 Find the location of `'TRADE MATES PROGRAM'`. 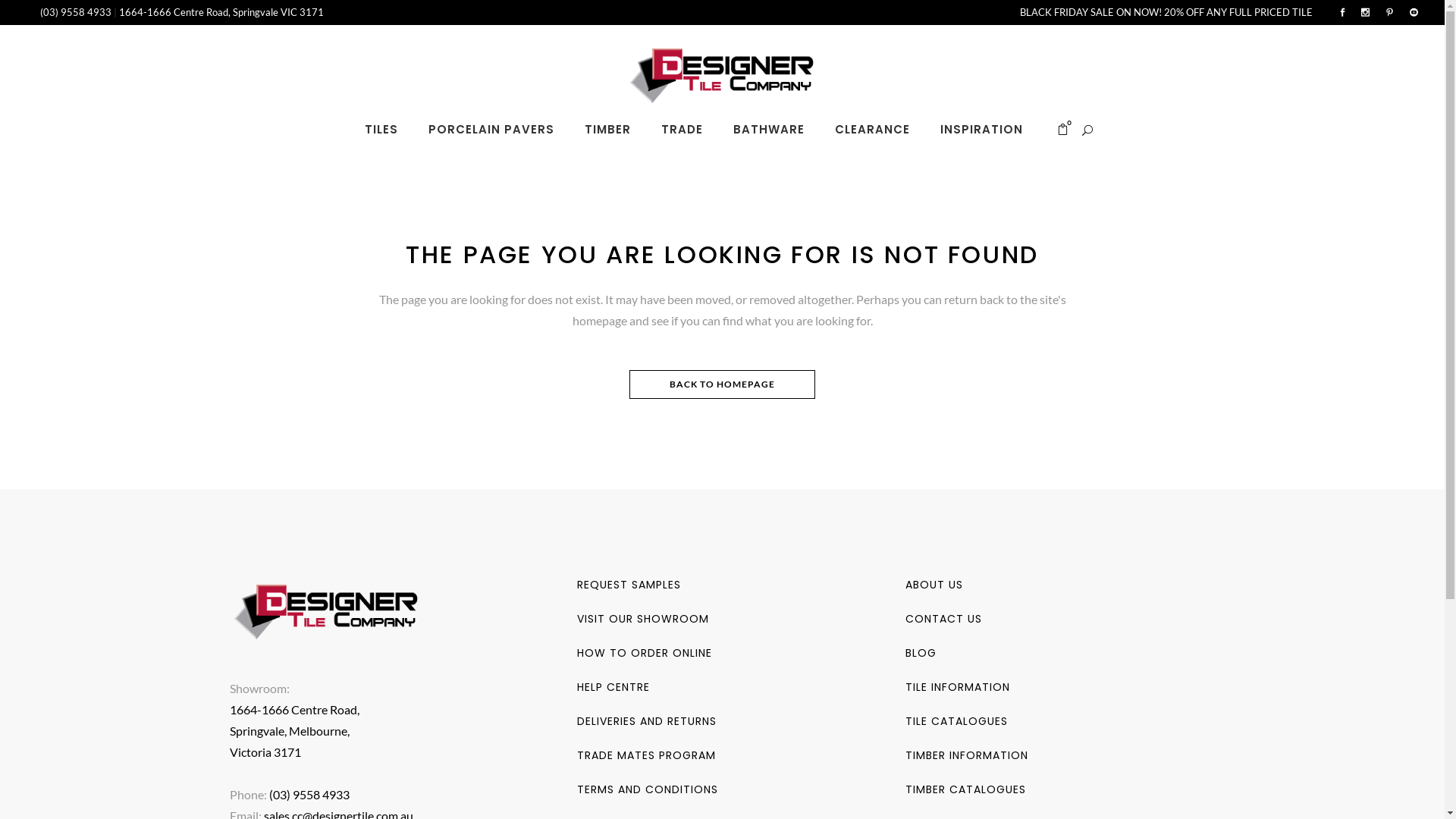

'TRADE MATES PROGRAM' is located at coordinates (646, 755).